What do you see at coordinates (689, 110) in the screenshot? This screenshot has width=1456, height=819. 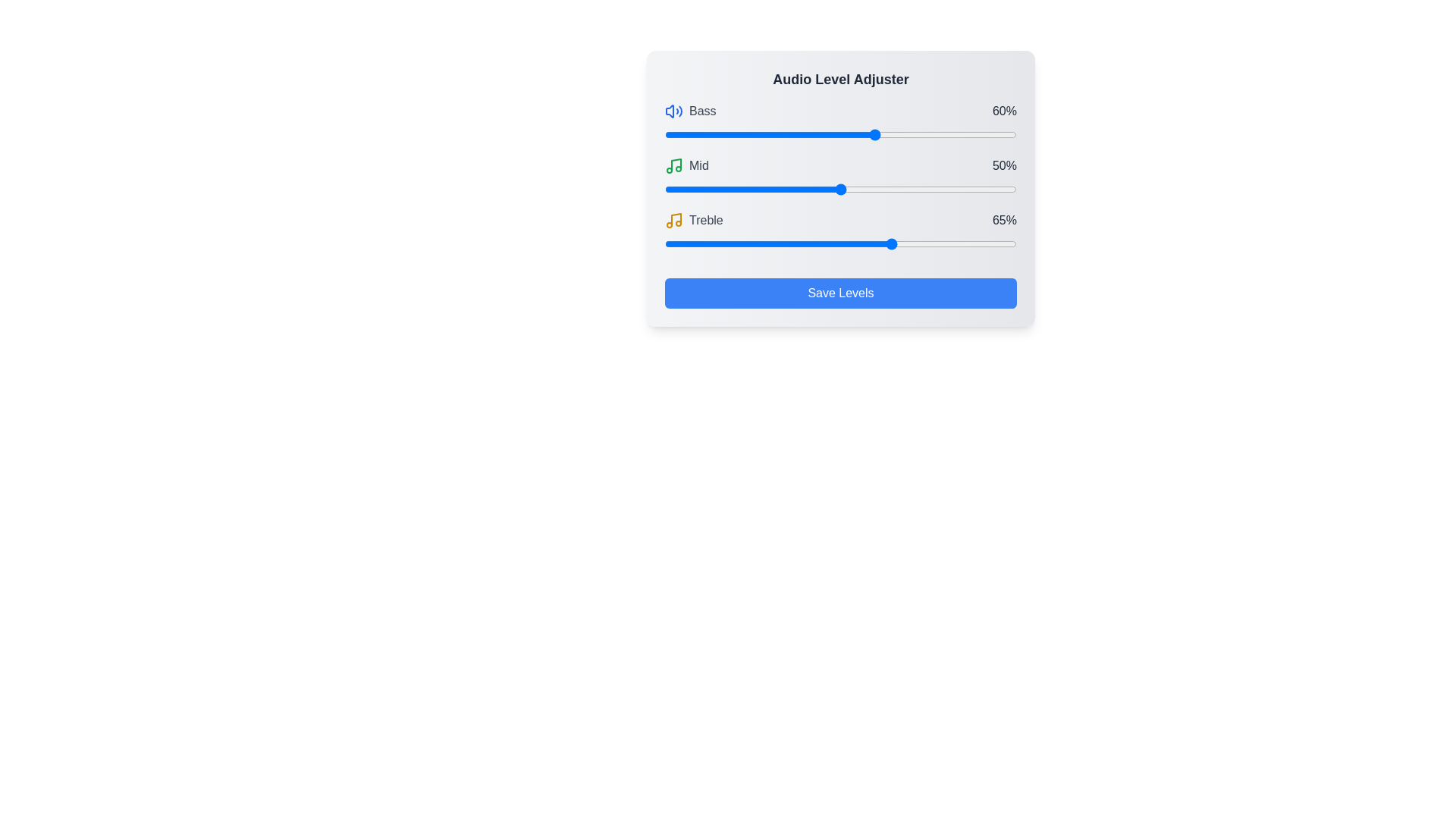 I see `the 'Bass' text label, which is styled in gray and distinctively positioned after a blue speaker icon within the audio adjustment interface` at bounding box center [689, 110].